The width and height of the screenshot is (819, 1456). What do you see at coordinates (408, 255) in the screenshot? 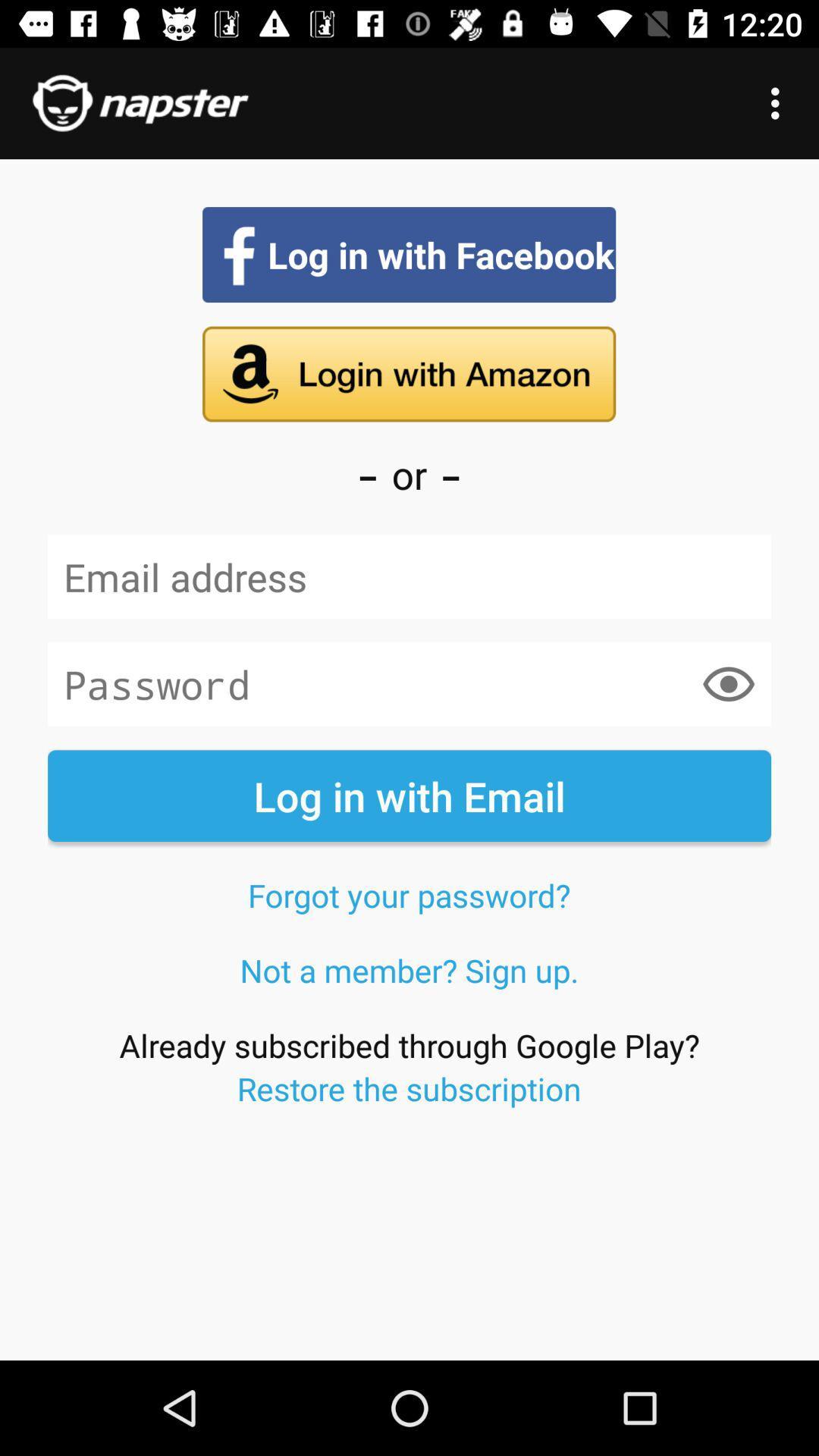
I see `log in with facebook option` at bounding box center [408, 255].